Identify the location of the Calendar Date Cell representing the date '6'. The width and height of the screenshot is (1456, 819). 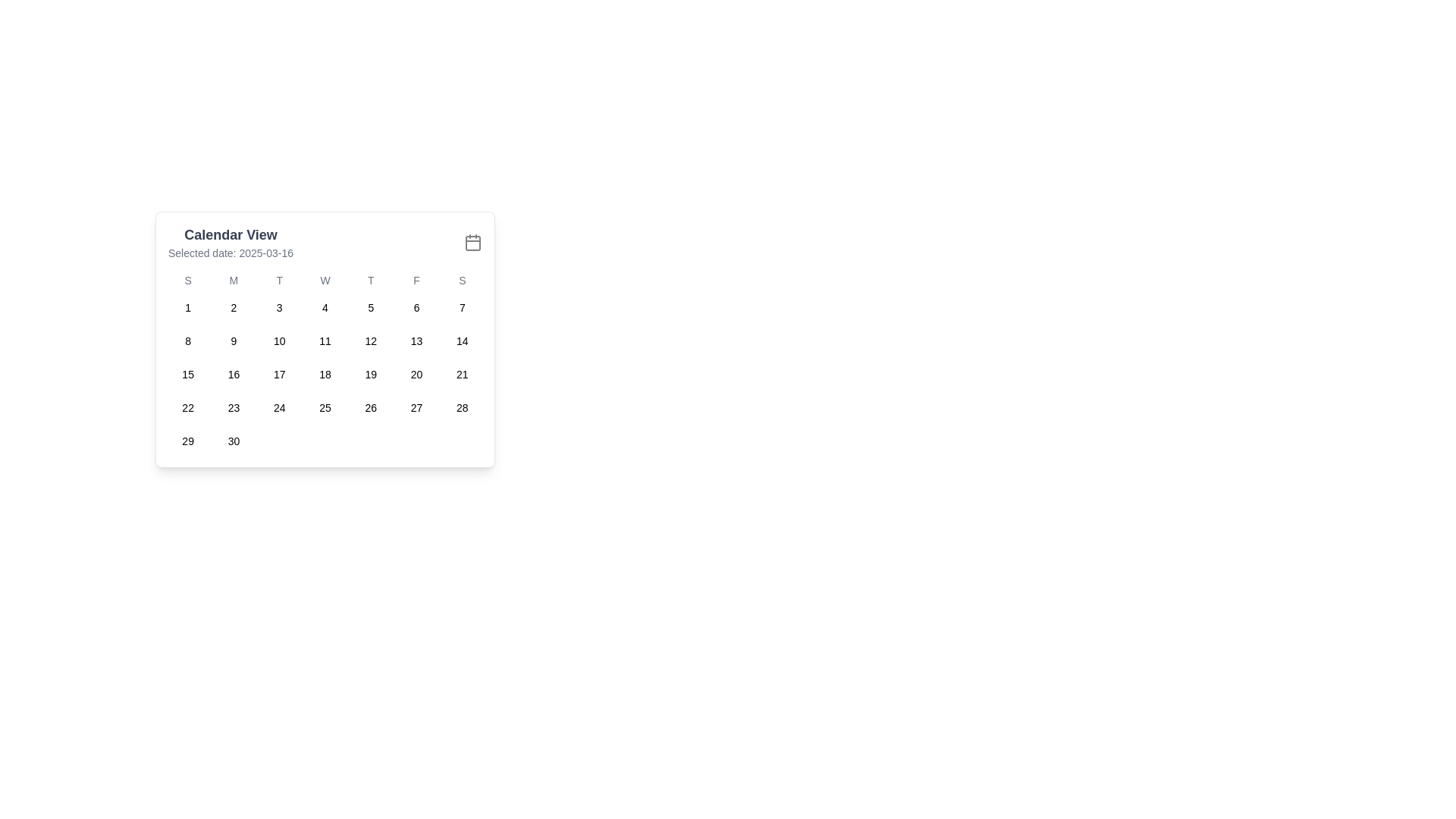
(416, 307).